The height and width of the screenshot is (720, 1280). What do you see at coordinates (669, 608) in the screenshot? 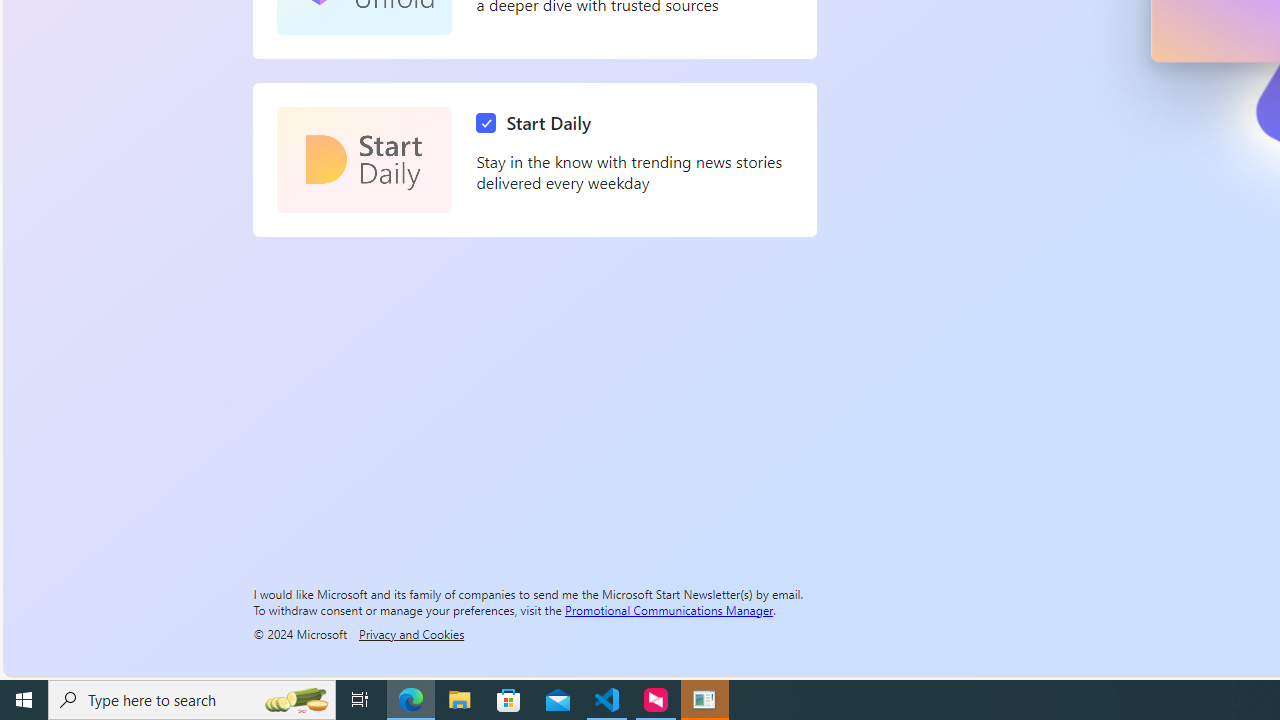
I see `'Promotional Communications Manager'` at bounding box center [669, 608].